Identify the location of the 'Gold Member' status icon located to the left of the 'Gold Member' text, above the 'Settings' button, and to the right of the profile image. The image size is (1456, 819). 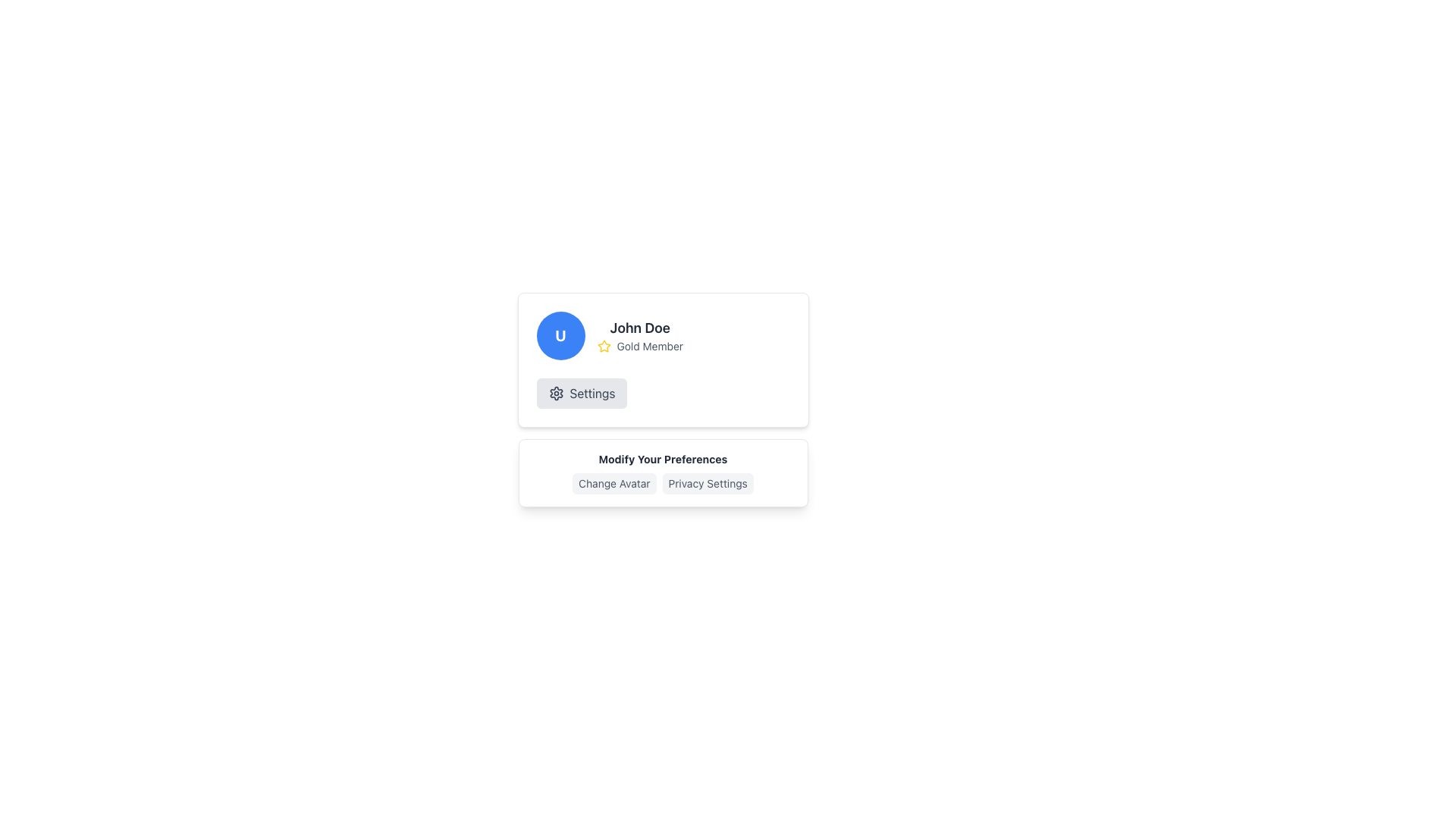
(603, 346).